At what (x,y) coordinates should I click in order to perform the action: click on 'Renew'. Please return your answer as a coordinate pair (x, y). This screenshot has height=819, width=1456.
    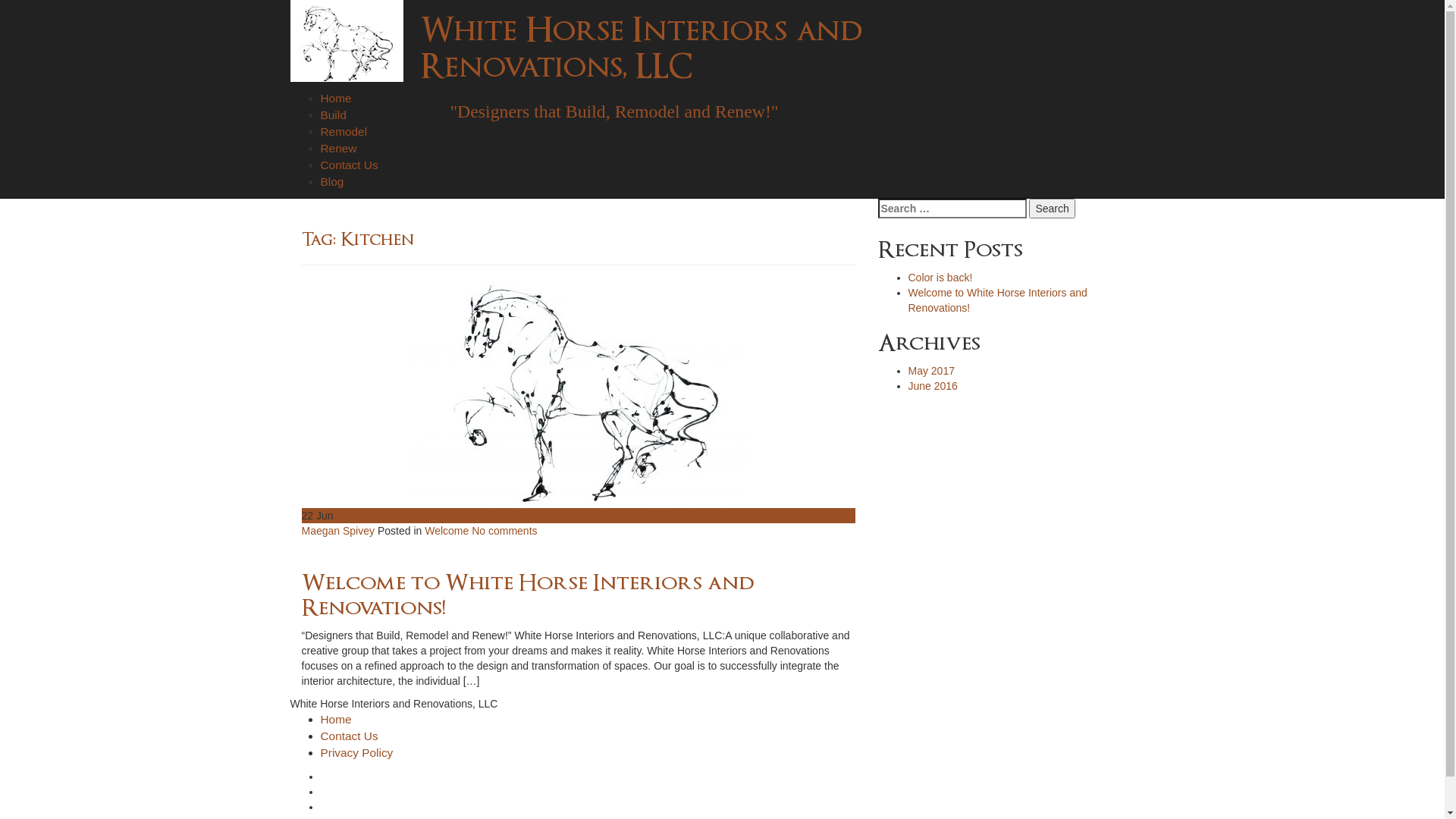
    Looking at the image, I should click on (337, 148).